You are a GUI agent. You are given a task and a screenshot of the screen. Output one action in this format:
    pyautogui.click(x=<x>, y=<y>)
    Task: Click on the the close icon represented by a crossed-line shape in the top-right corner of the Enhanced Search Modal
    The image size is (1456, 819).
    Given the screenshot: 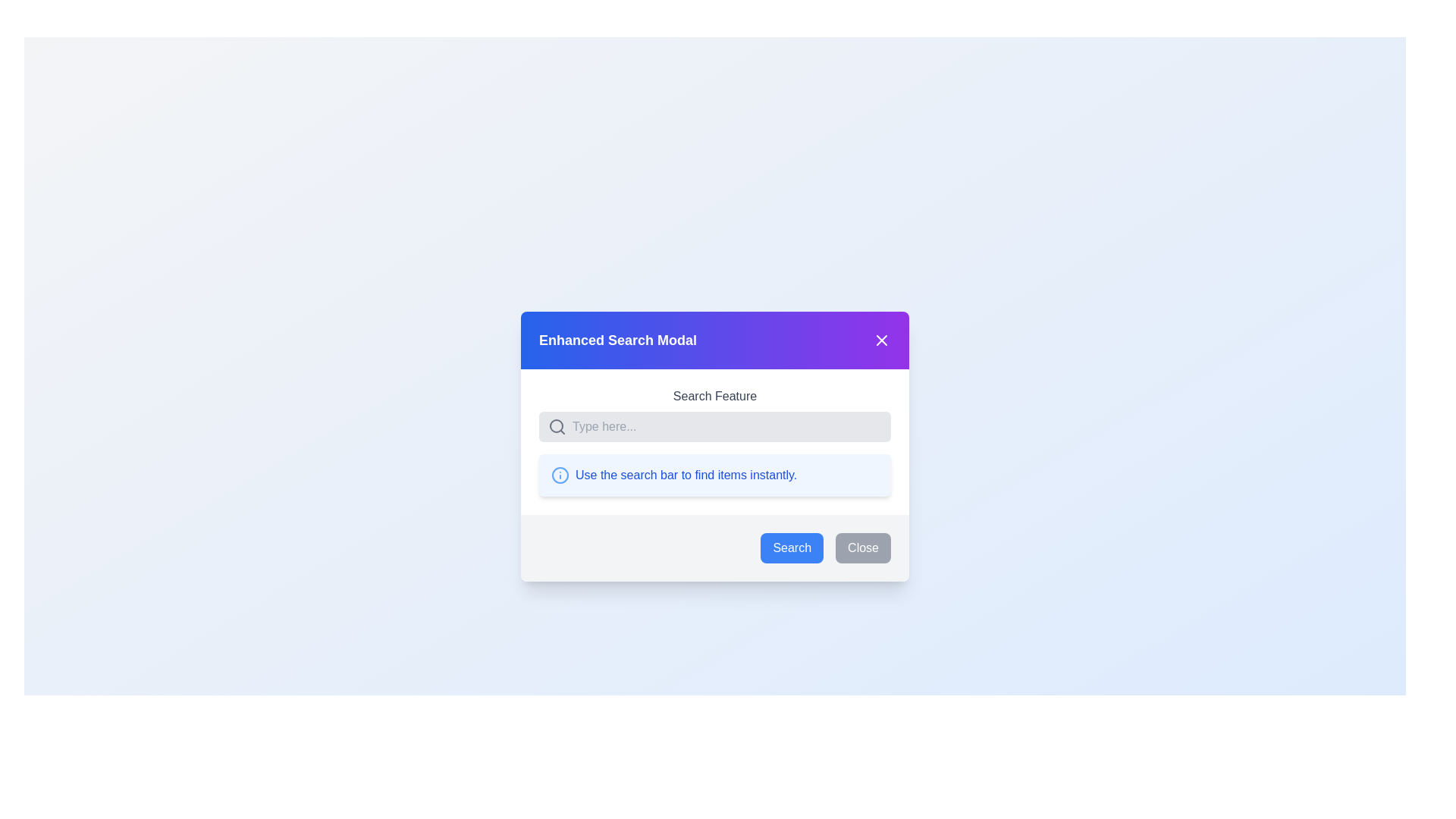 What is the action you would take?
    pyautogui.click(x=881, y=339)
    